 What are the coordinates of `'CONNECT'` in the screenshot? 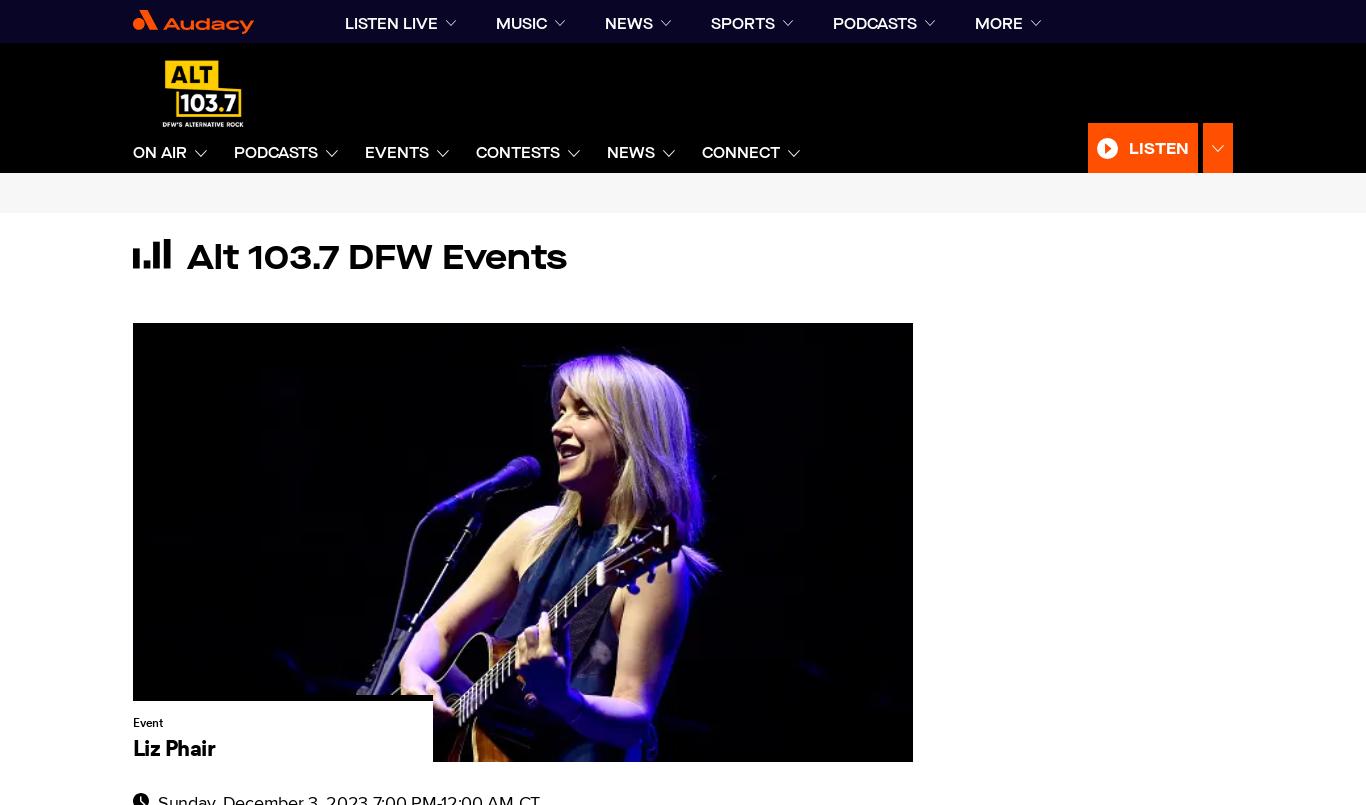 It's located at (741, 153).